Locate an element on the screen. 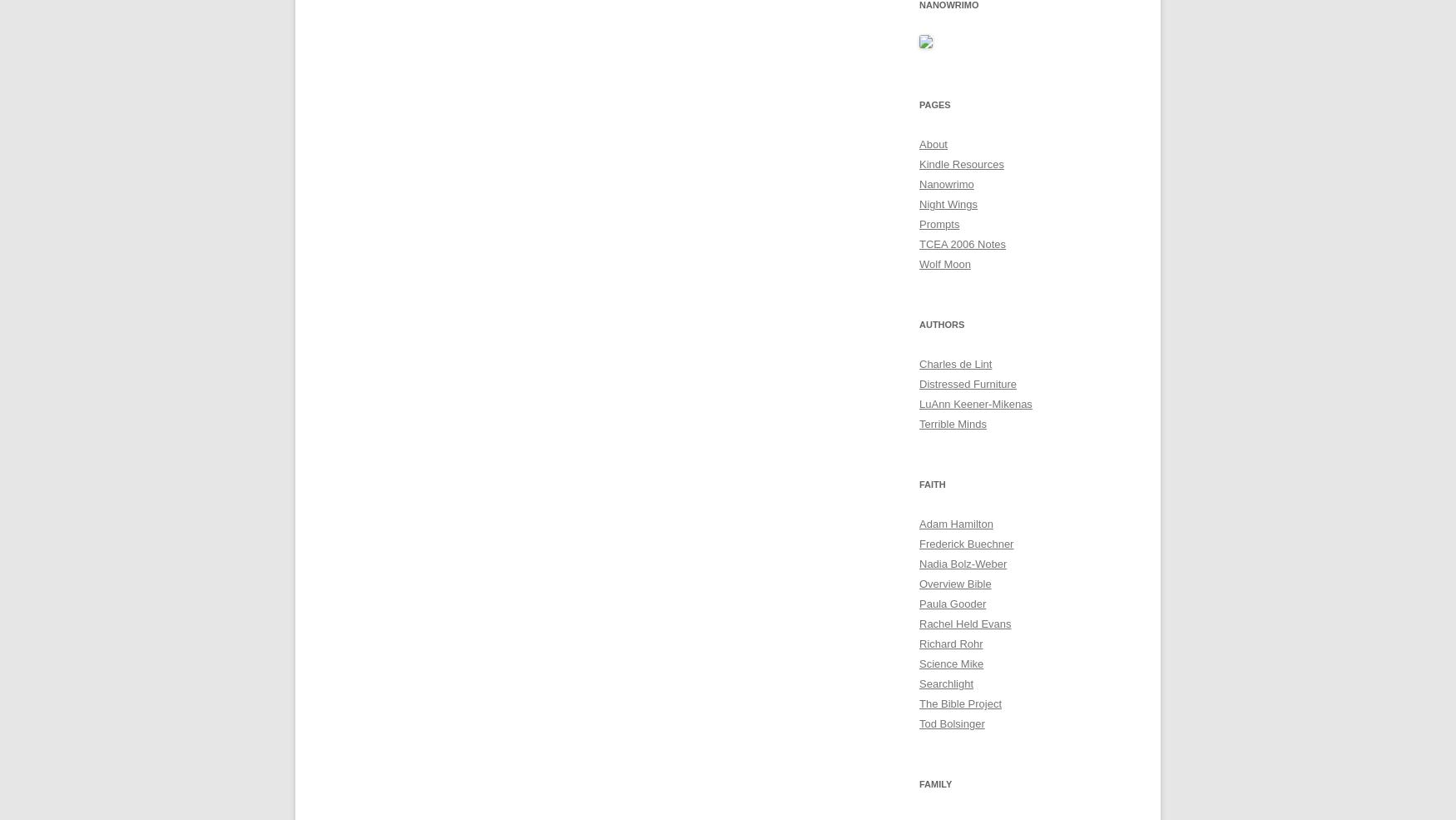 This screenshot has width=1456, height=820. 'Searchlight' is located at coordinates (945, 683).